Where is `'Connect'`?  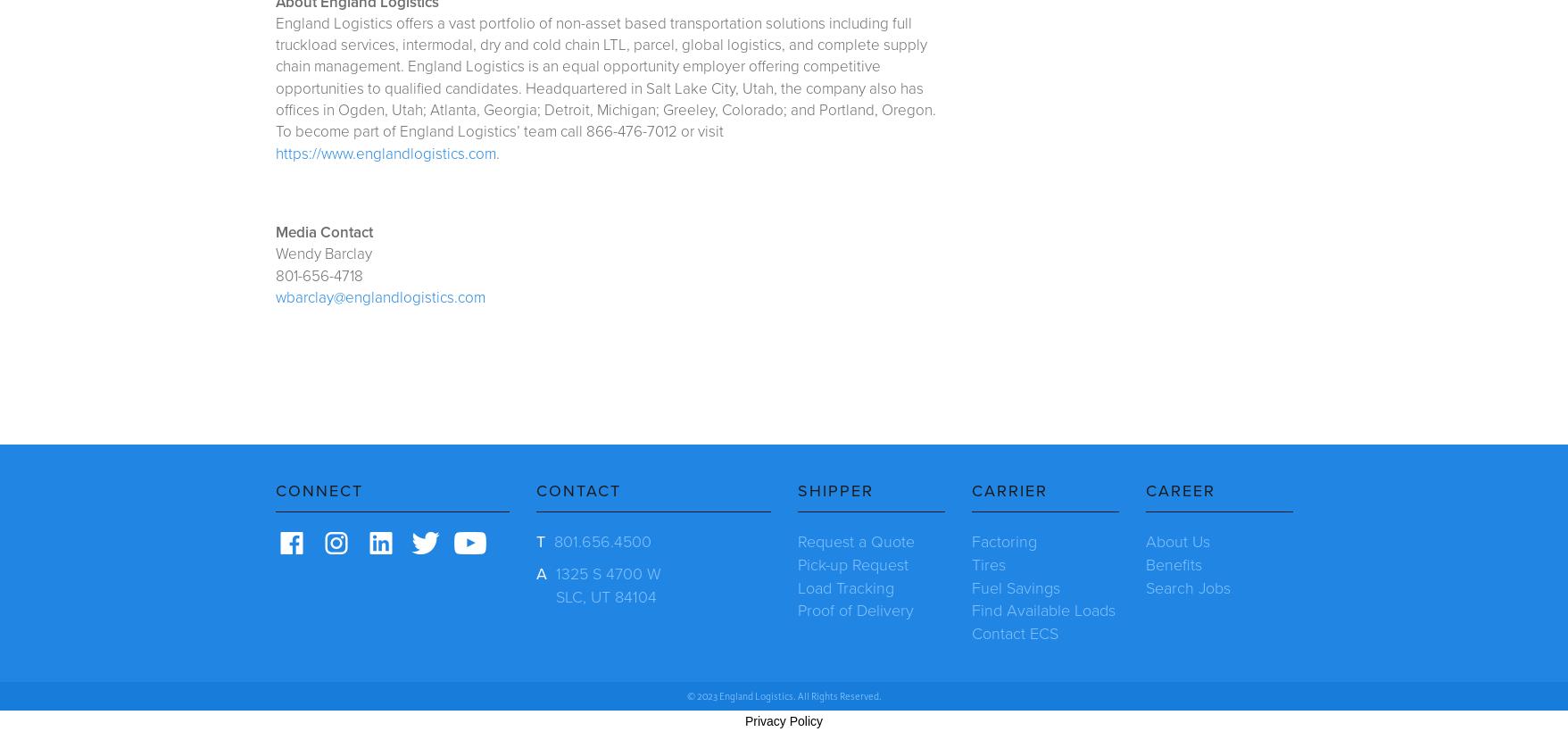
'Connect' is located at coordinates (319, 489).